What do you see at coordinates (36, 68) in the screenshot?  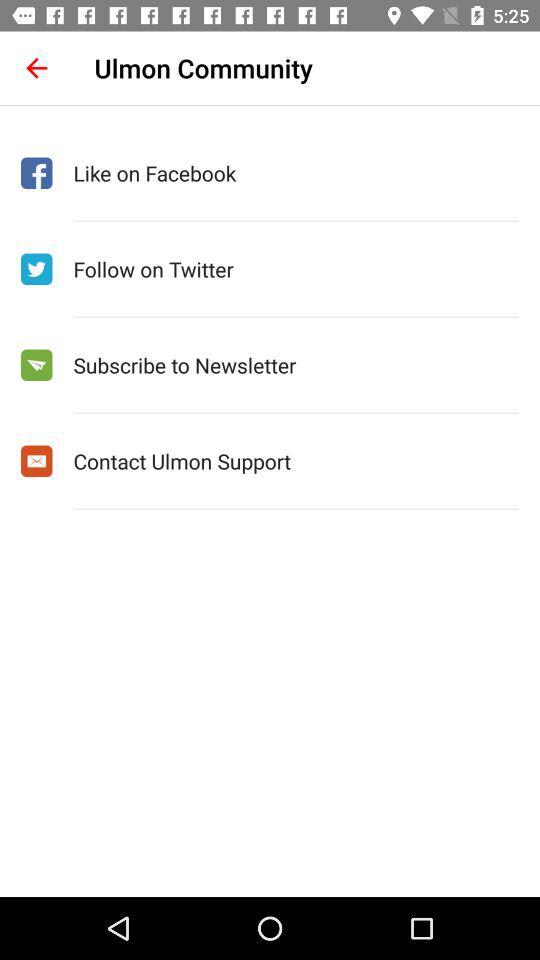 I see `item to the left of the ulmon community item` at bounding box center [36, 68].